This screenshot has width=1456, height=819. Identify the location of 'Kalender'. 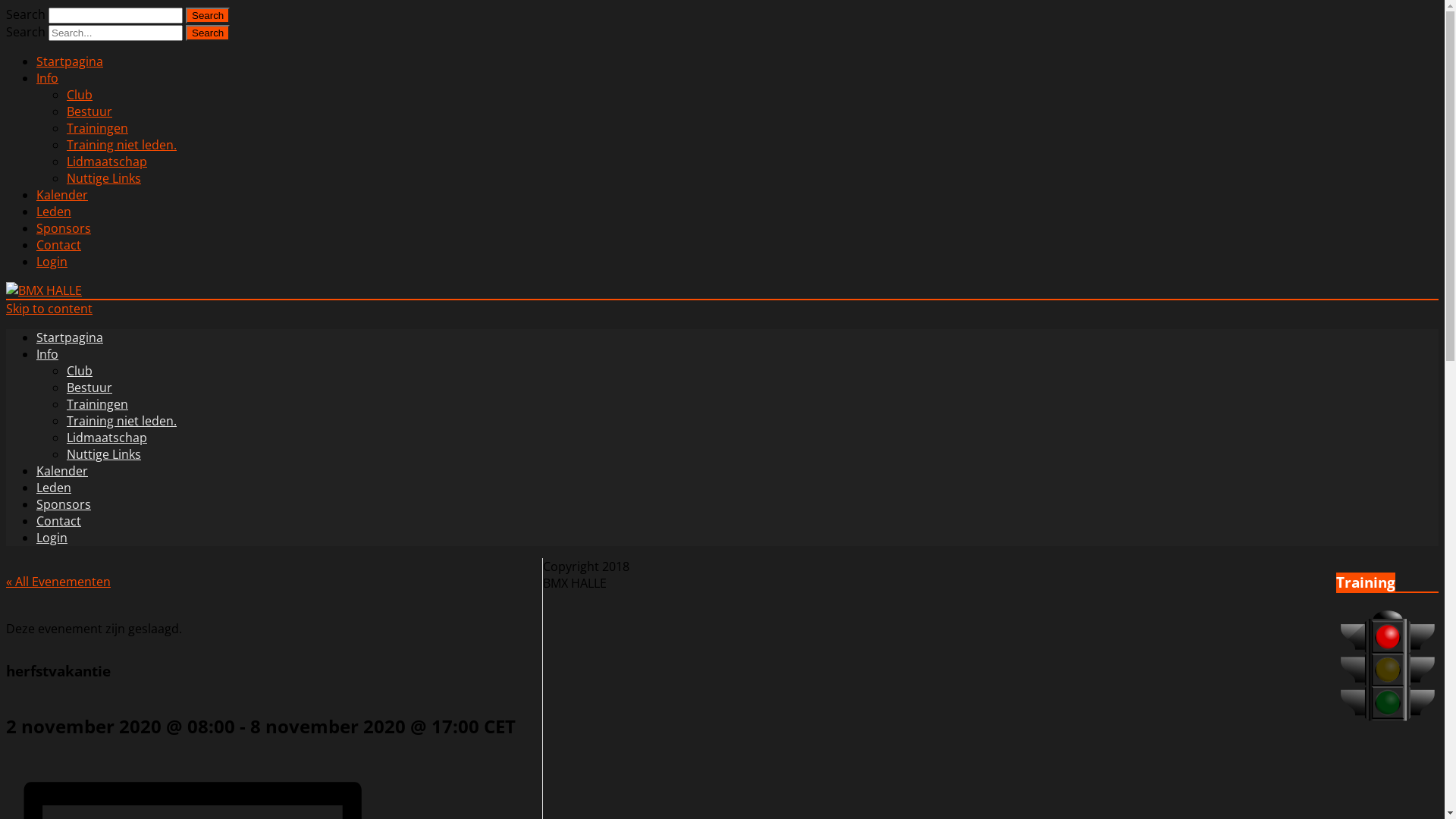
(61, 194).